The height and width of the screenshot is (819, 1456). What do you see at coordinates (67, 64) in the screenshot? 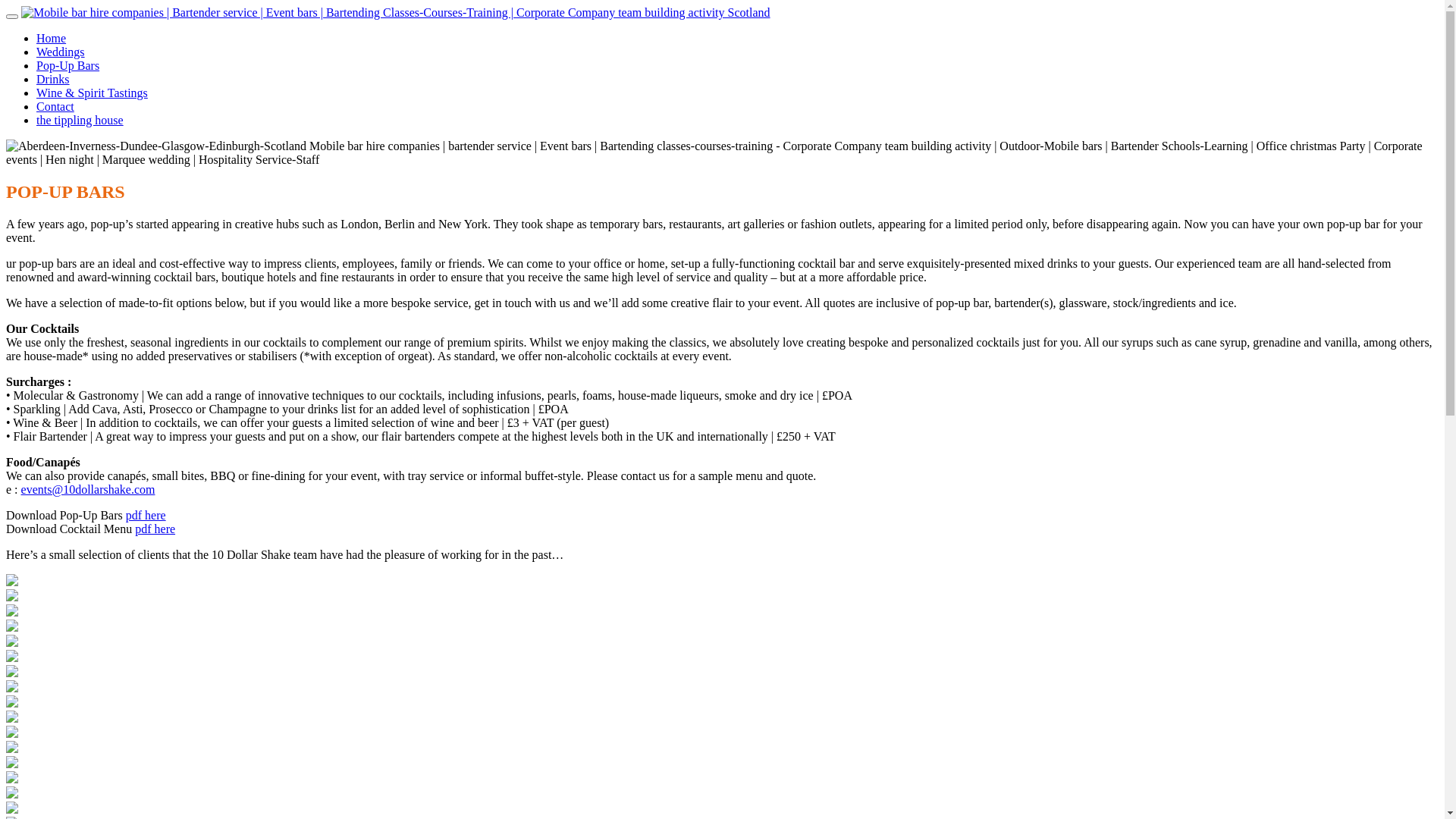
I see `'Pop-Up Bars'` at bounding box center [67, 64].